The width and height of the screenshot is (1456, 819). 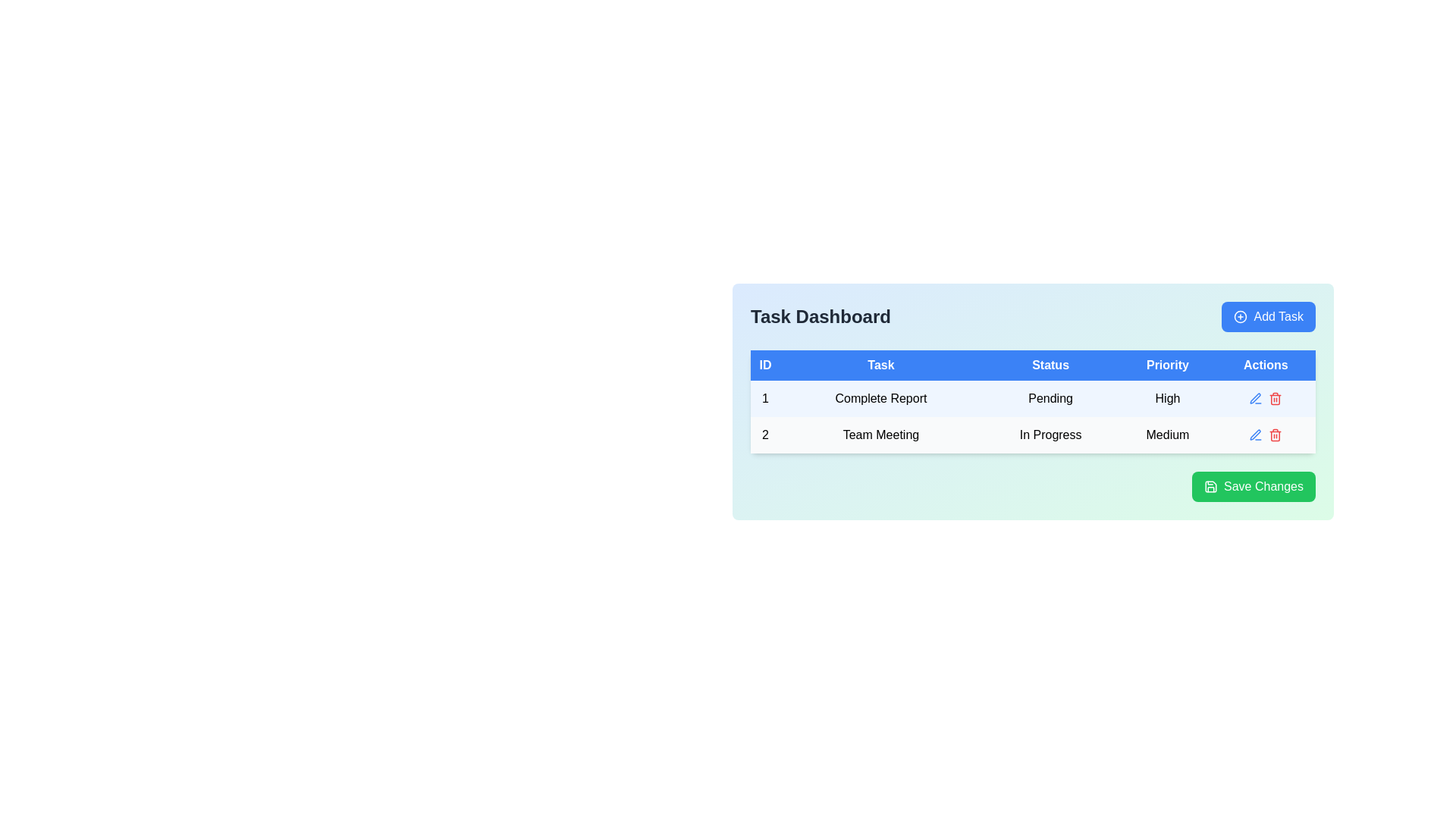 What do you see at coordinates (1050, 397) in the screenshot?
I see `the static label displaying 'Pending' in the table, located in the third column of the first row under the 'Status' header` at bounding box center [1050, 397].